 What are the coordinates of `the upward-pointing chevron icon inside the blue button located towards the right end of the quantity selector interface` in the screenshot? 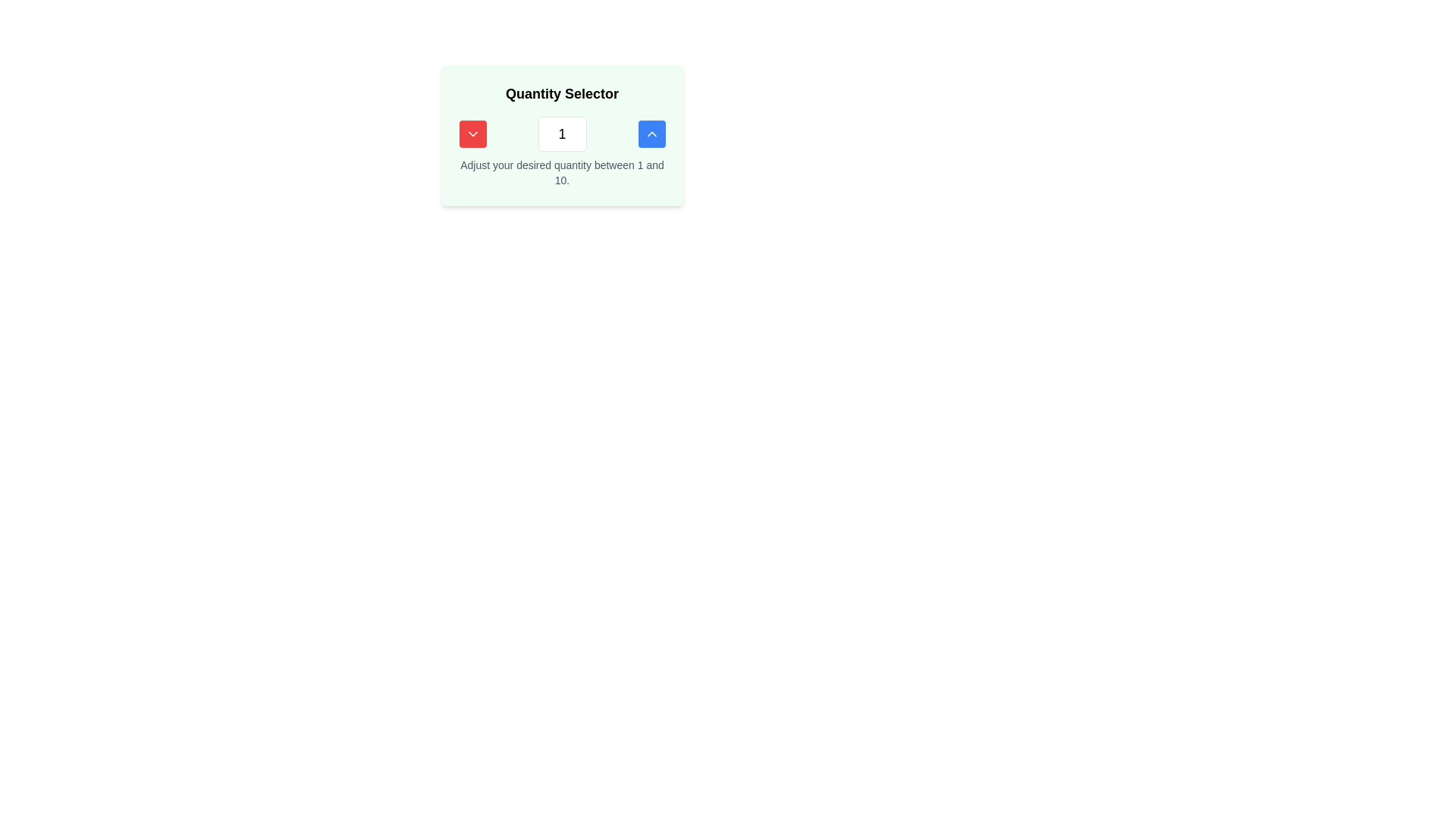 It's located at (651, 133).